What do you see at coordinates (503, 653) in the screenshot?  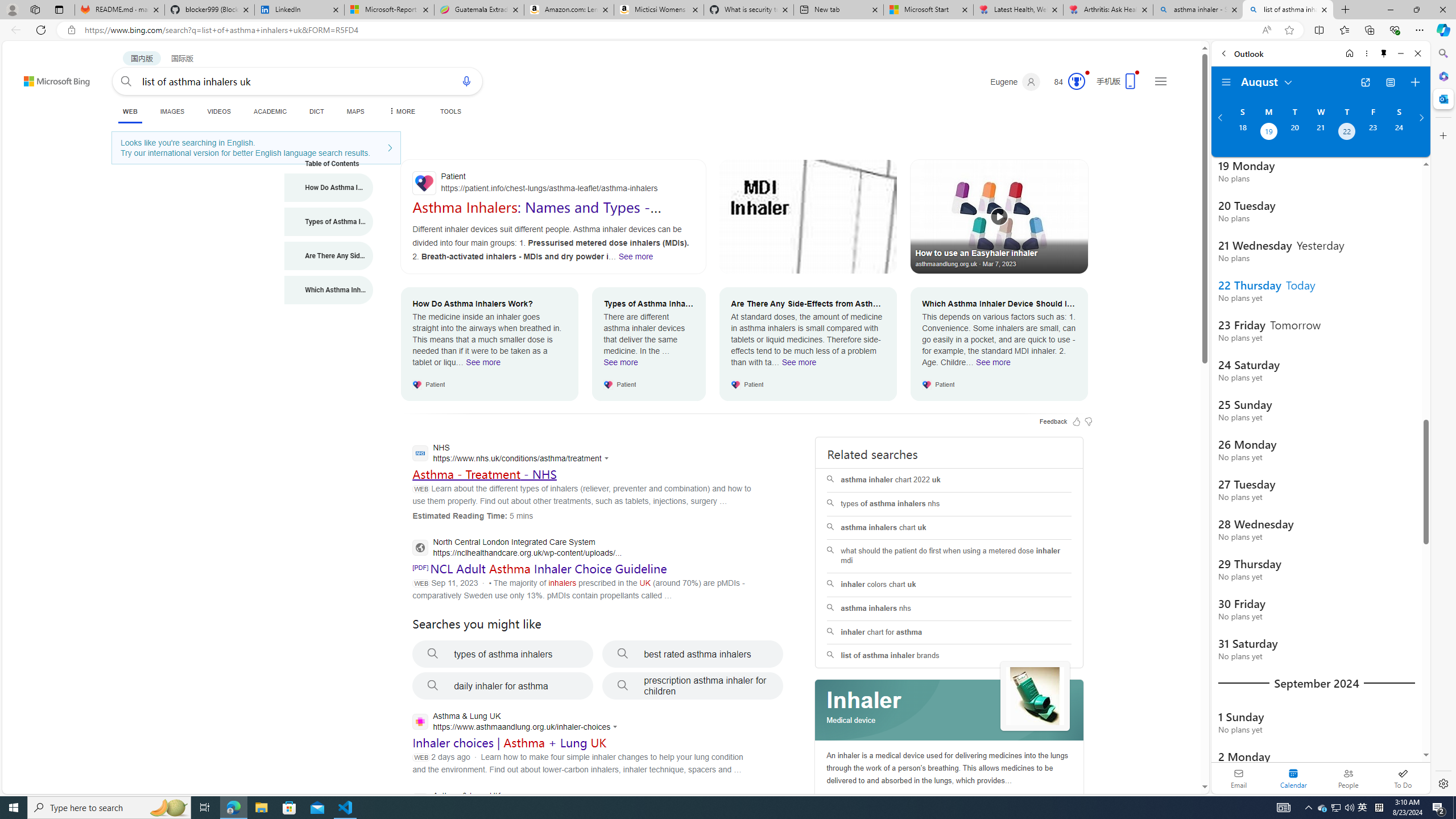 I see `'types of asthma inhalers'` at bounding box center [503, 653].